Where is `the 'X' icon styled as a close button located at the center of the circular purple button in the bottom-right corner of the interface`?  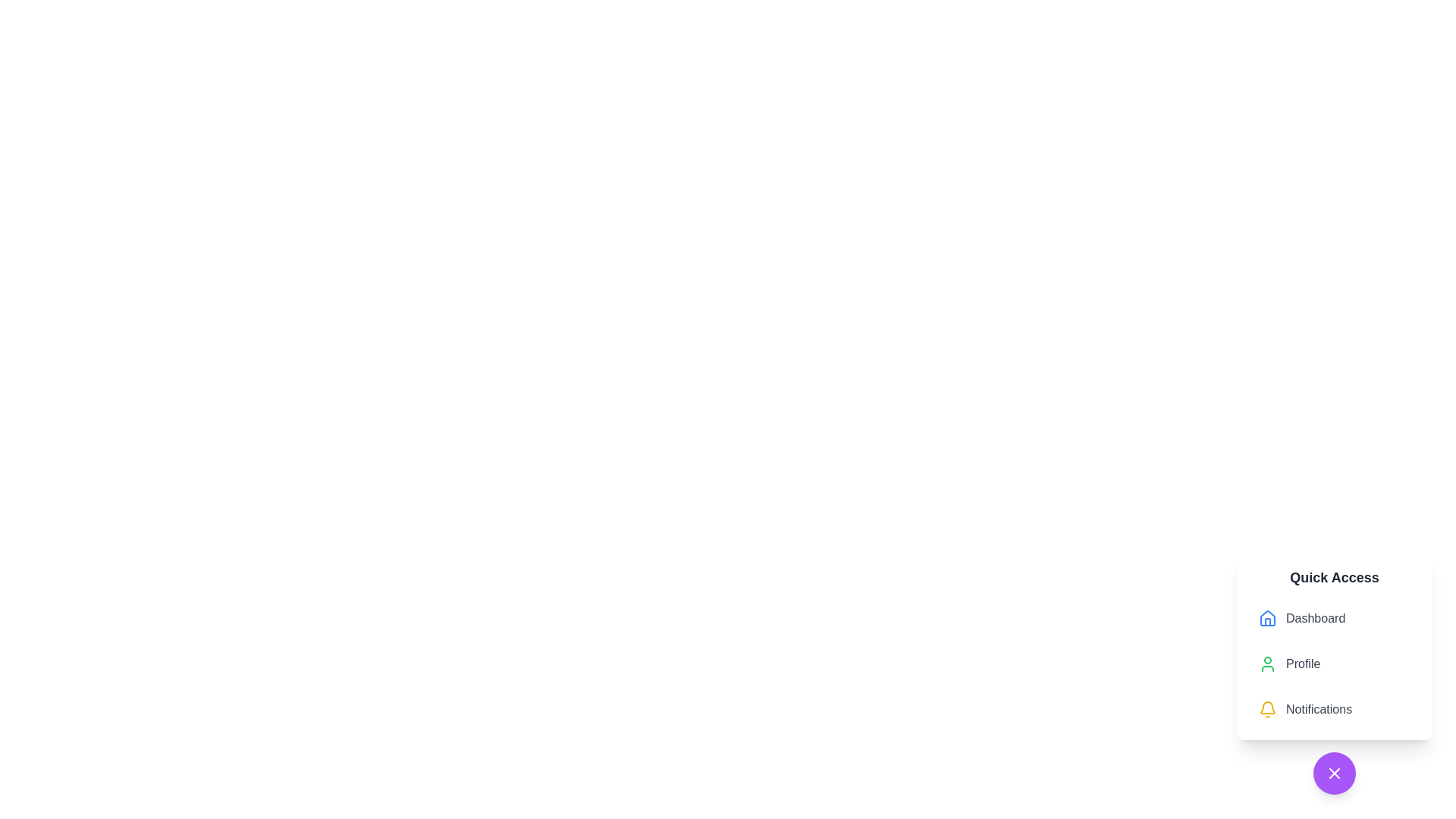 the 'X' icon styled as a close button located at the center of the circular purple button in the bottom-right corner of the interface is located at coordinates (1335, 773).